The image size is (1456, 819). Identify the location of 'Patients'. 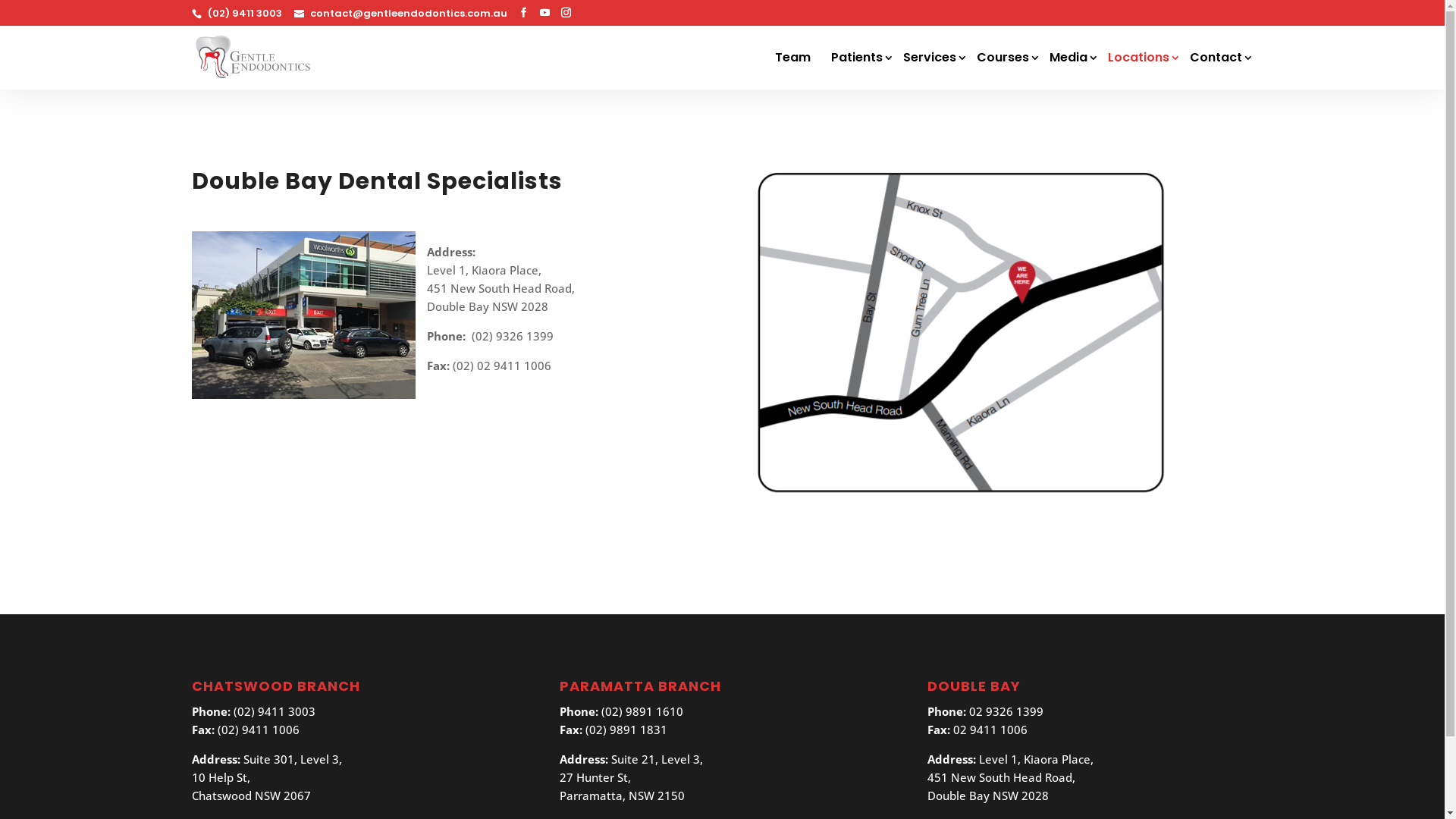
(862, 70).